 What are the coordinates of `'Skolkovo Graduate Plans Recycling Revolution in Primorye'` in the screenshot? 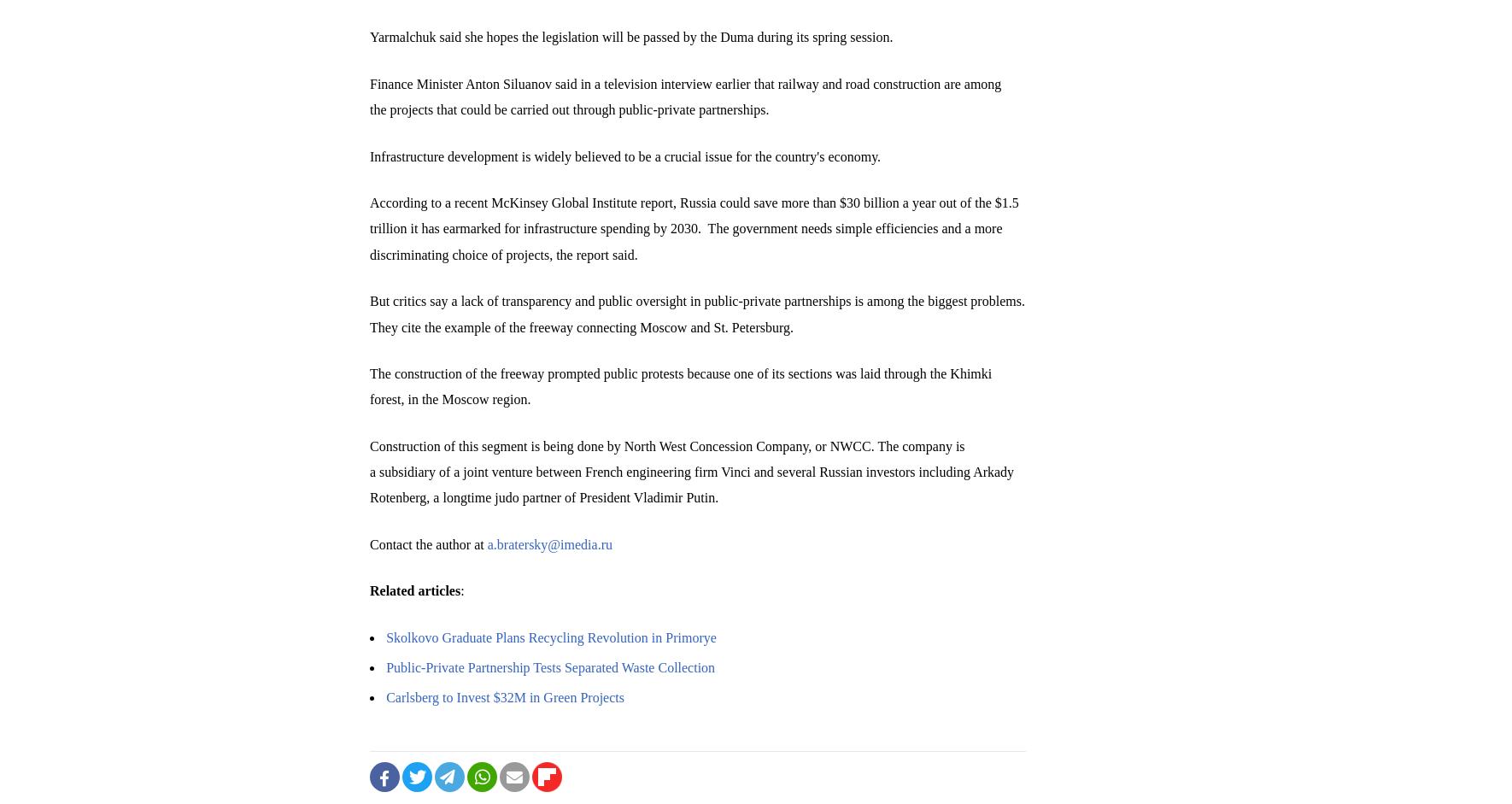 It's located at (386, 636).